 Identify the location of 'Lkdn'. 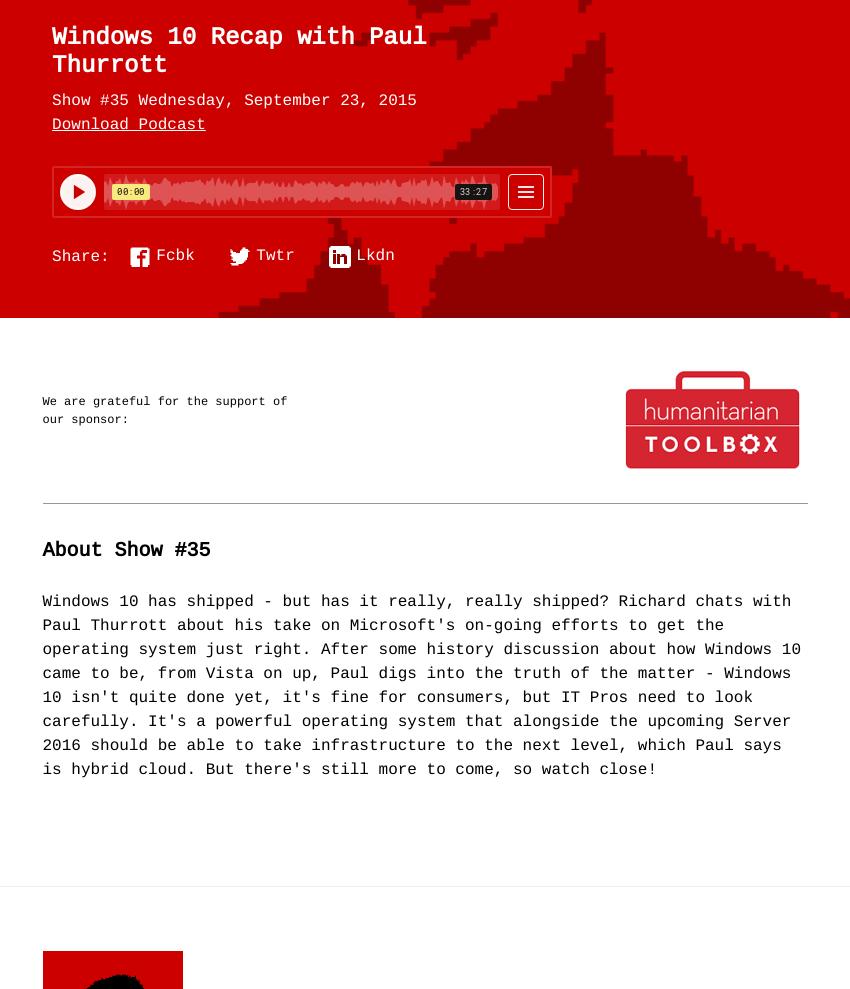
(354, 254).